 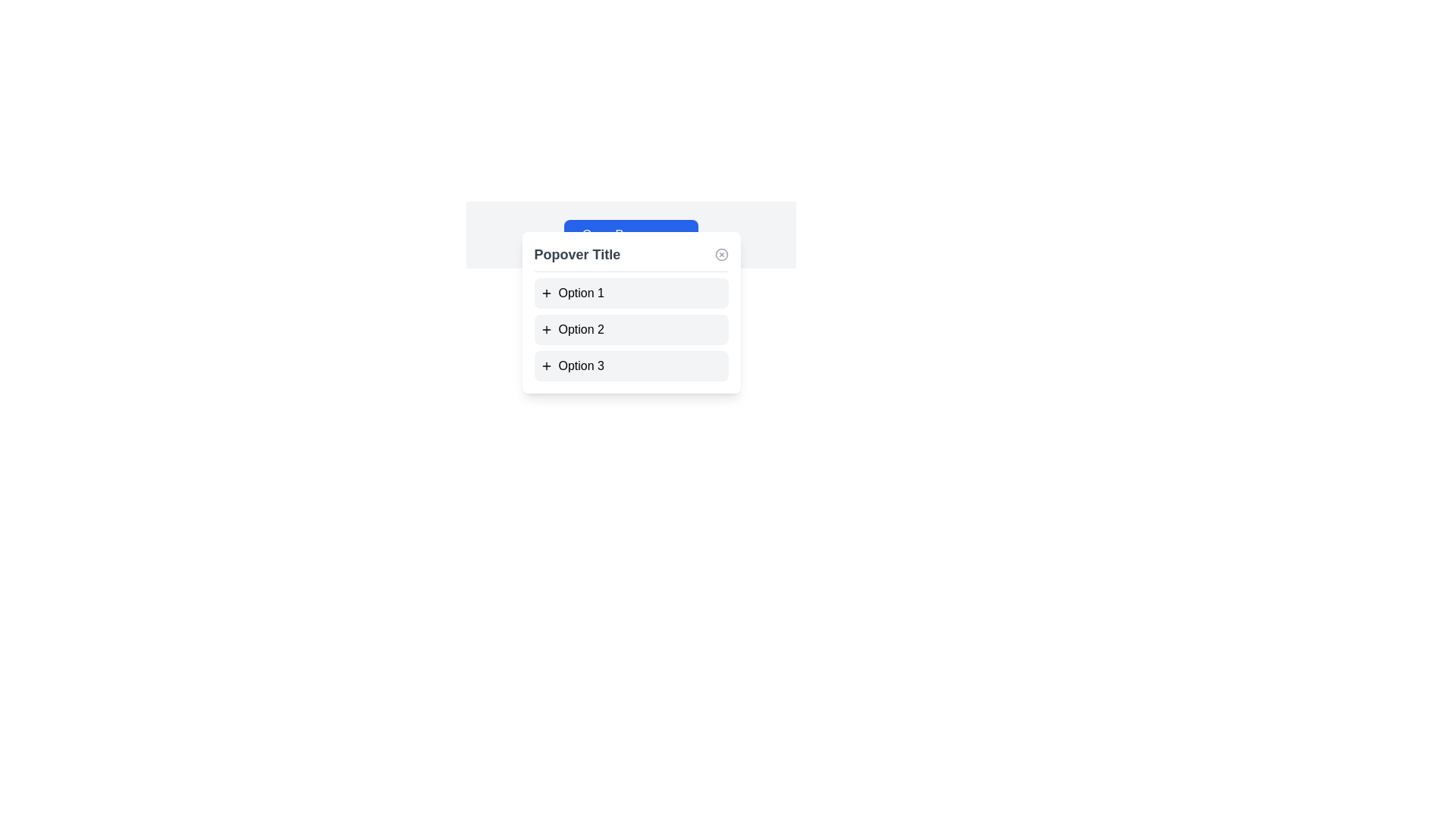 I want to click on the second selectable list item in the popover component, so click(x=631, y=329).